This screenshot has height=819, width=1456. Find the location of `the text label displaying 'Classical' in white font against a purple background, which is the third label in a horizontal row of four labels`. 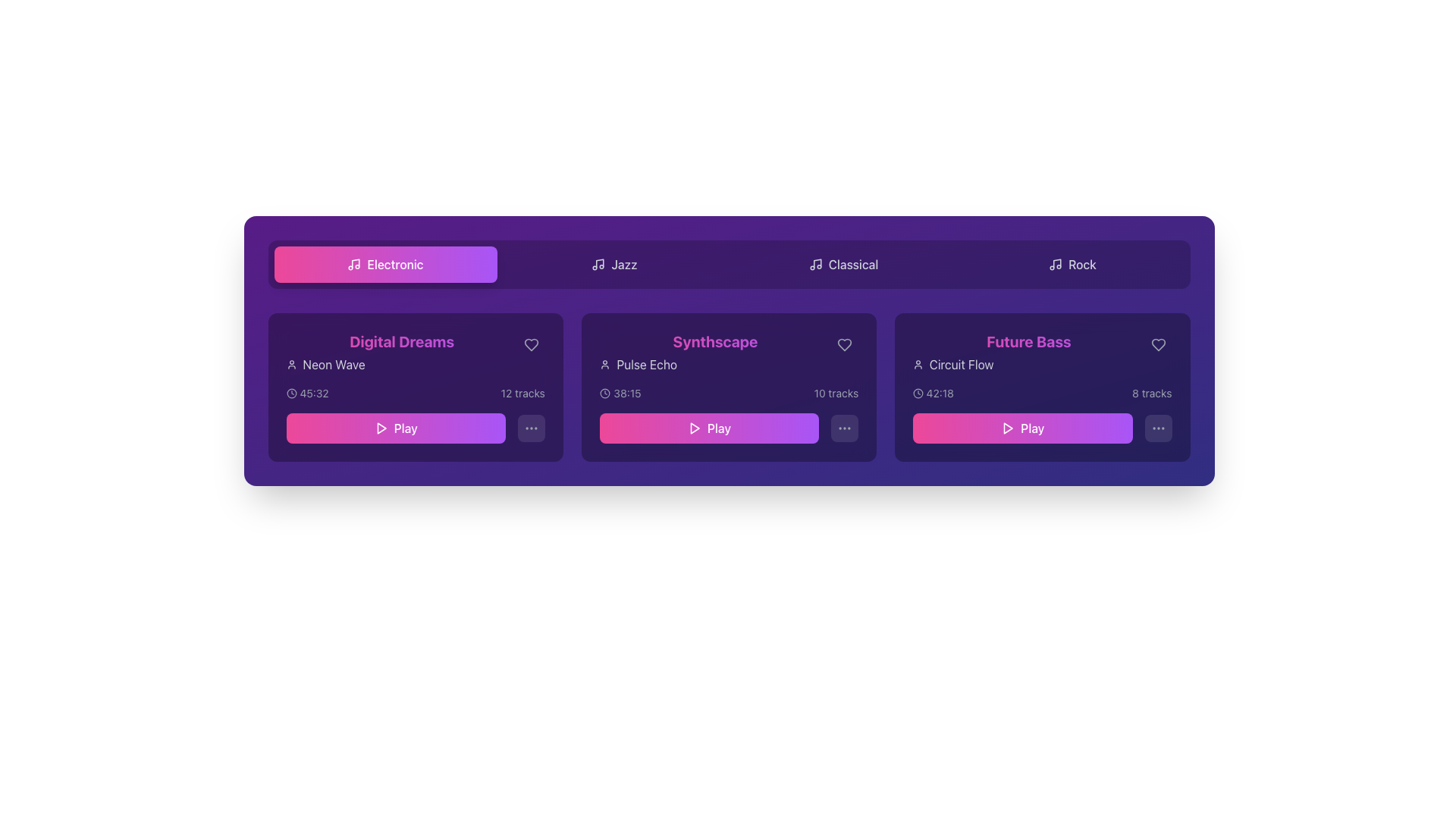

the text label displaying 'Classical' in white font against a purple background, which is the third label in a horizontal row of four labels is located at coordinates (853, 263).